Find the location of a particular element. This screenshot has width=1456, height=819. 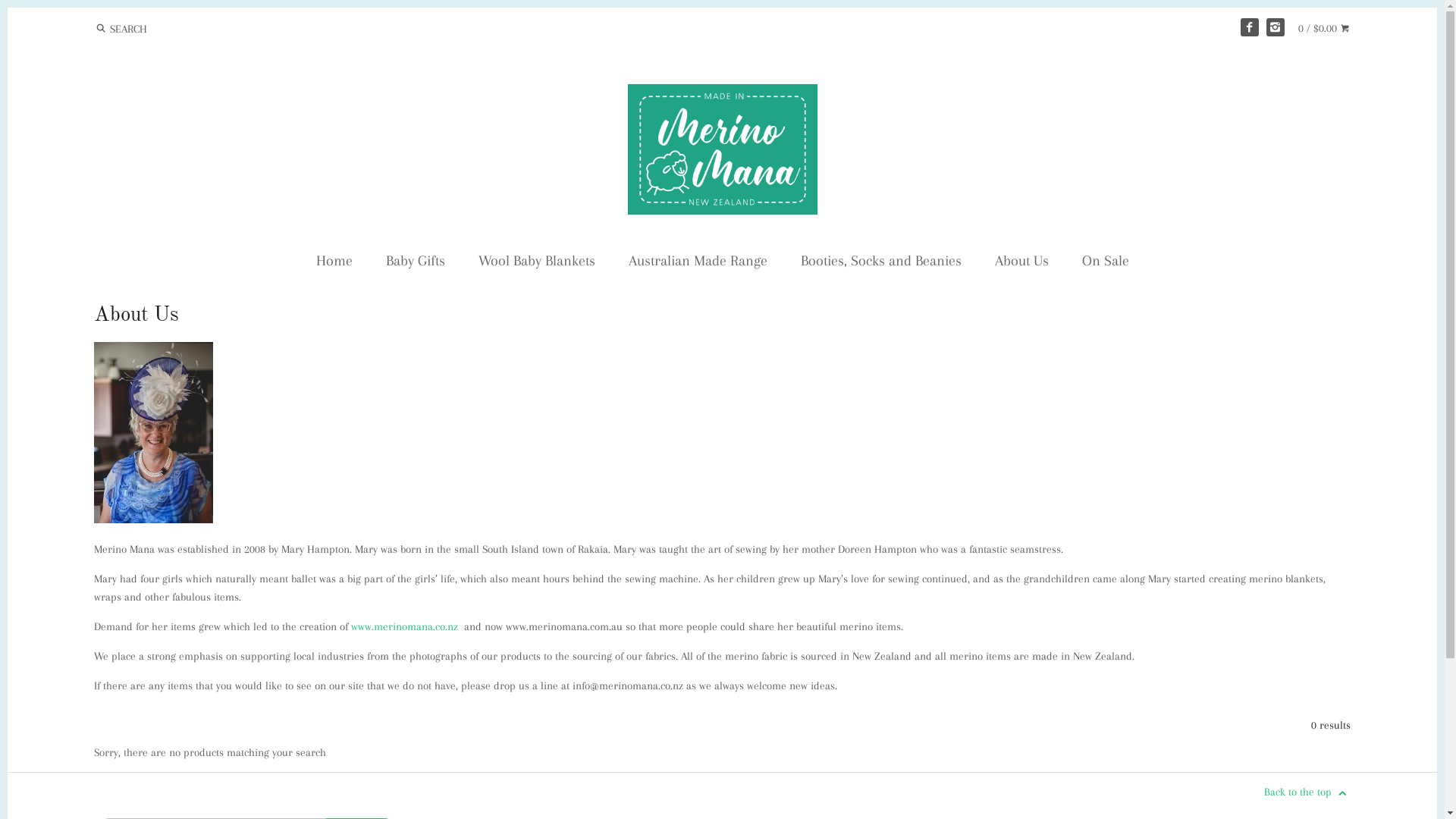

'Wool Baby Blankets' is located at coordinates (461, 262).